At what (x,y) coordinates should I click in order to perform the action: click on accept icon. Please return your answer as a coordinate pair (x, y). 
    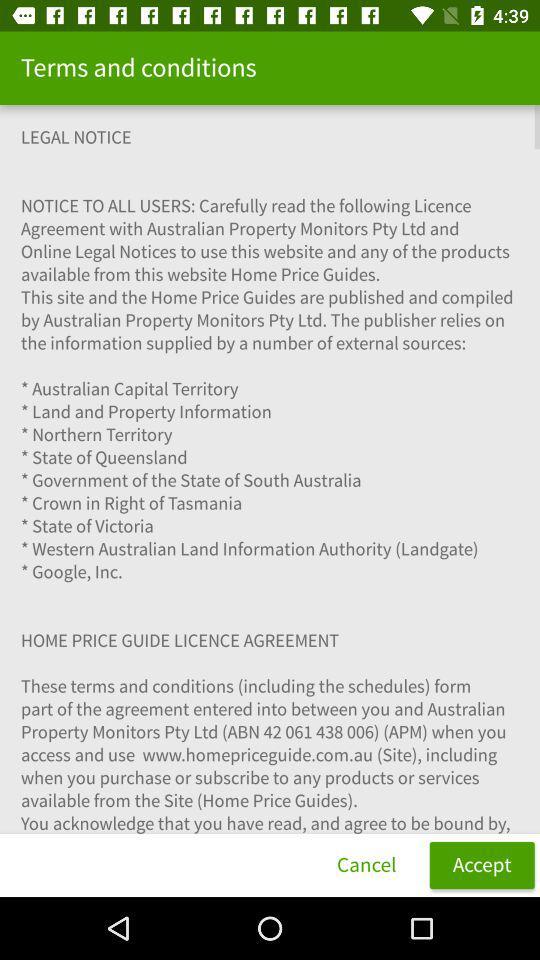
    Looking at the image, I should click on (481, 864).